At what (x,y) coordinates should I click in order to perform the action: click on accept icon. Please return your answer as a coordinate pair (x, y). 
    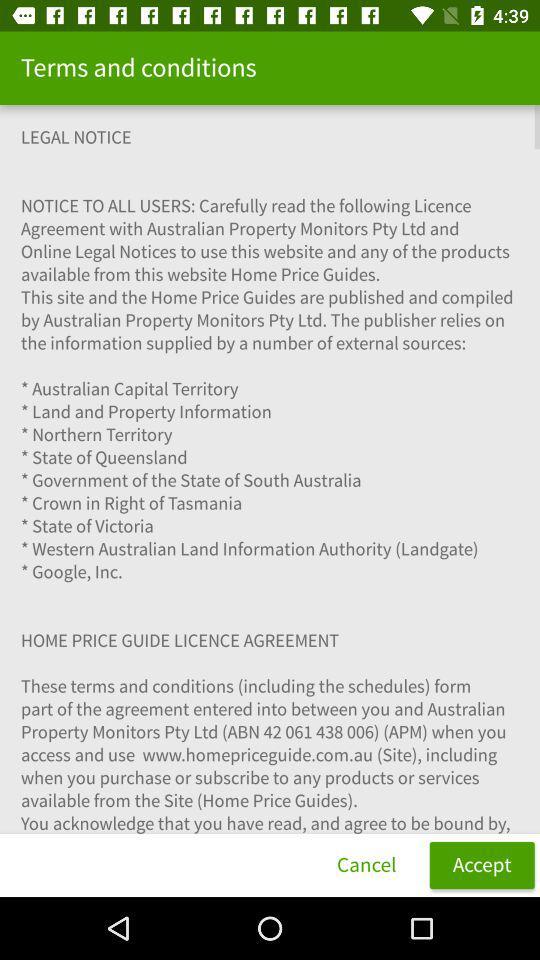
    Looking at the image, I should click on (481, 864).